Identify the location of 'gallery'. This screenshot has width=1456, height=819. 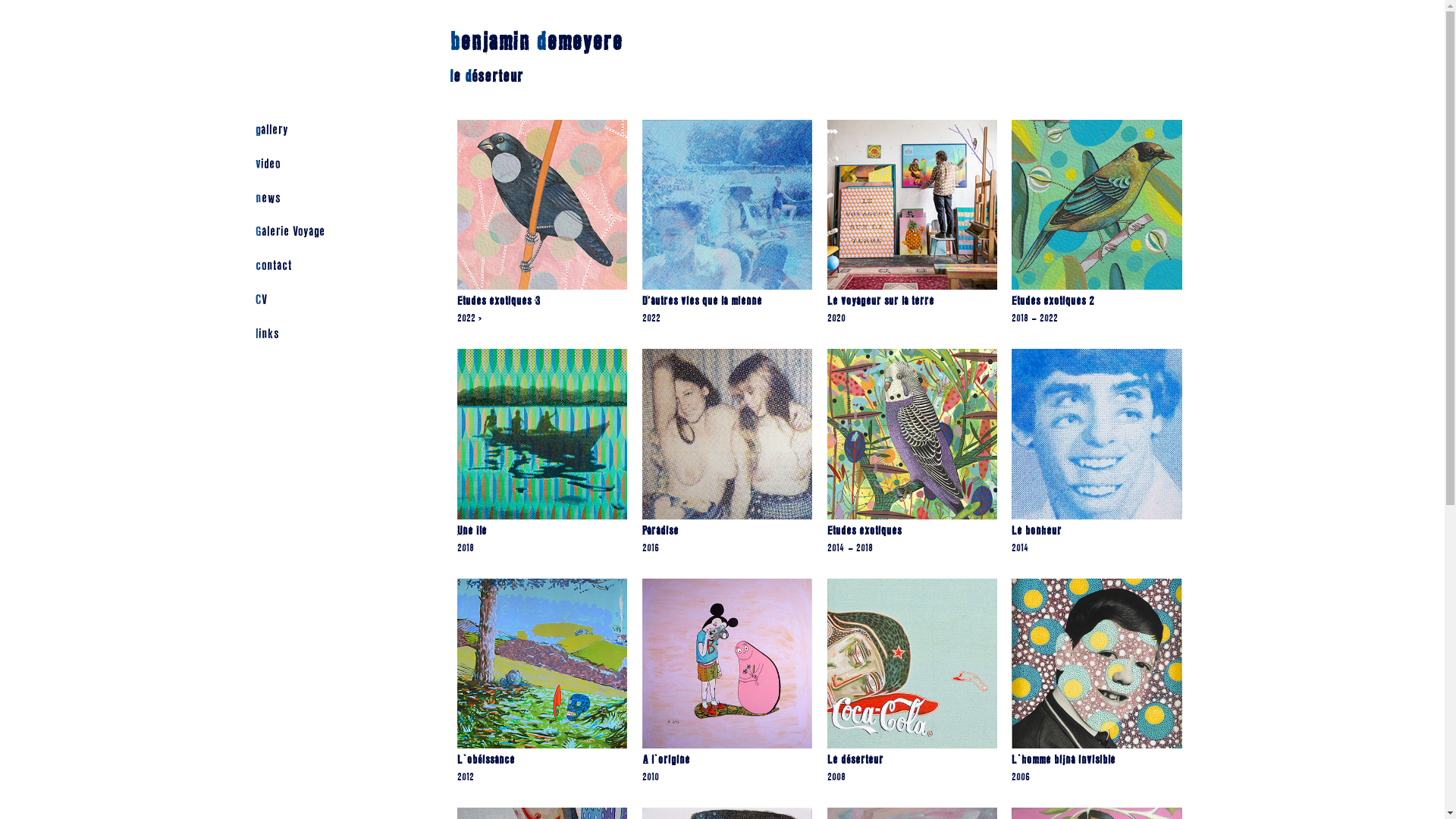
(331, 130).